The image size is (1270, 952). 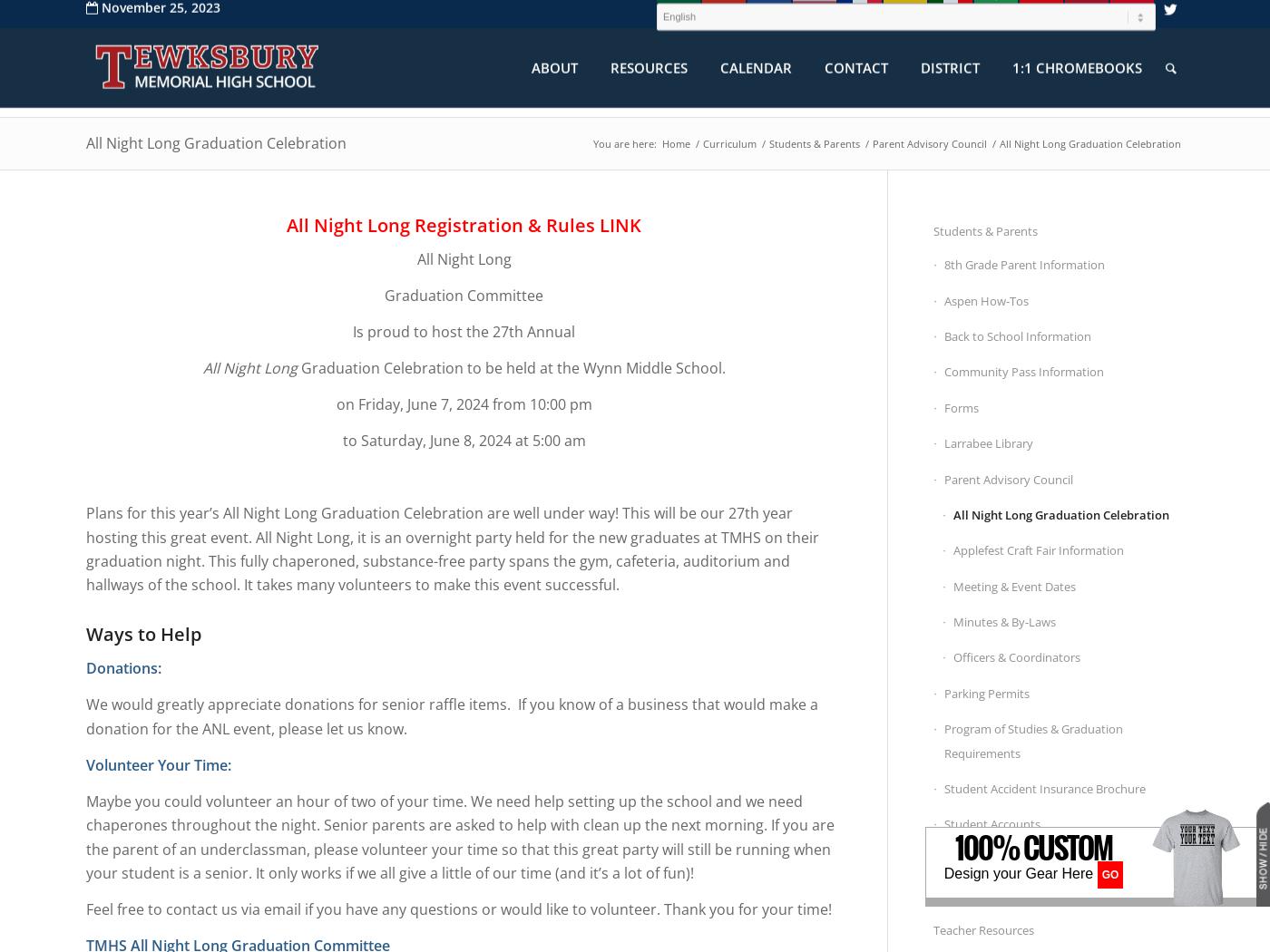 I want to click on '8th Grade Parent Information', so click(x=1024, y=264).